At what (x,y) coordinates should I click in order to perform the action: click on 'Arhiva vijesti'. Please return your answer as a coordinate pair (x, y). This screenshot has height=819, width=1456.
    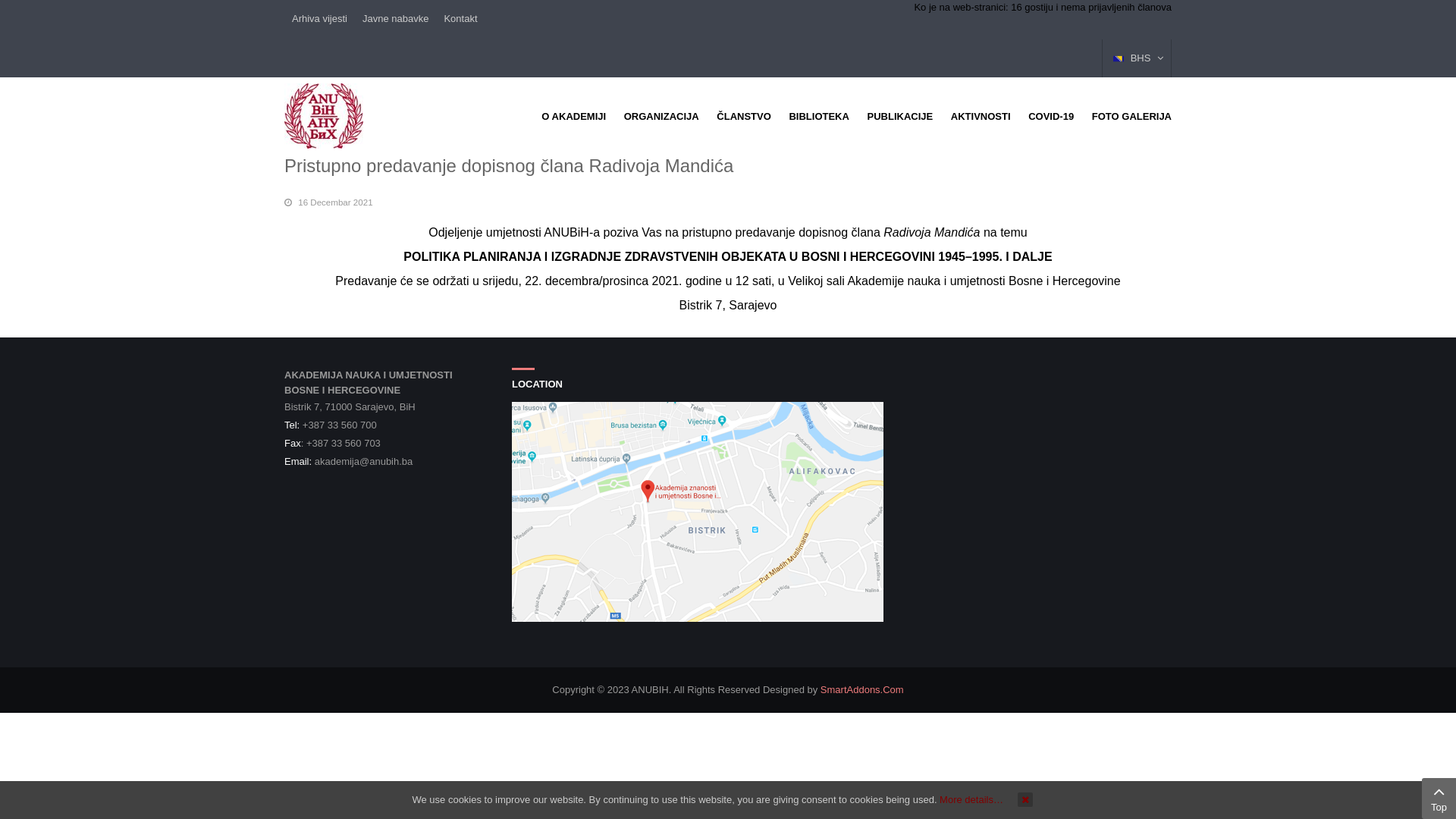
    Looking at the image, I should click on (284, 18).